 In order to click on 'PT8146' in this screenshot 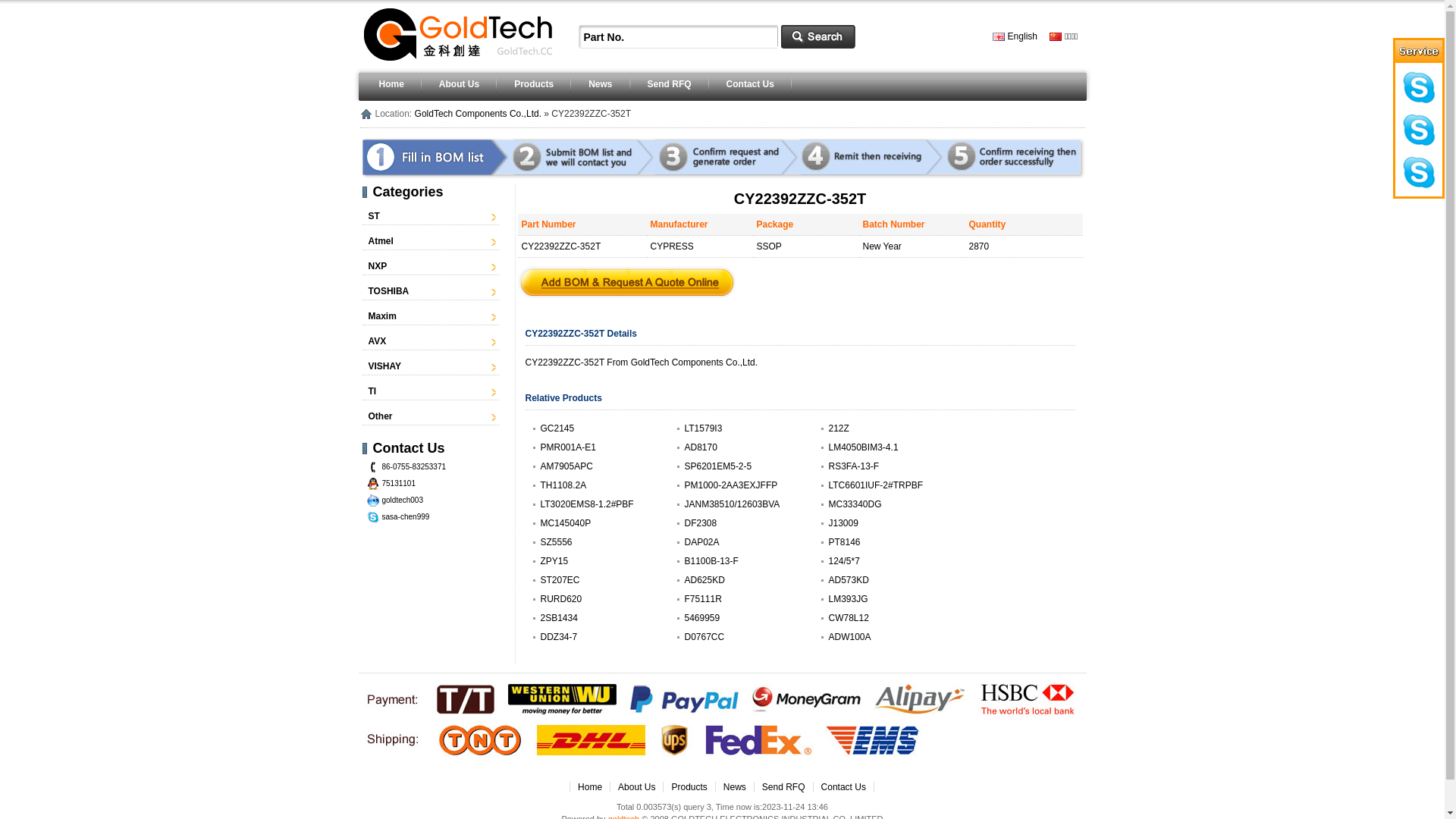, I will do `click(843, 541)`.